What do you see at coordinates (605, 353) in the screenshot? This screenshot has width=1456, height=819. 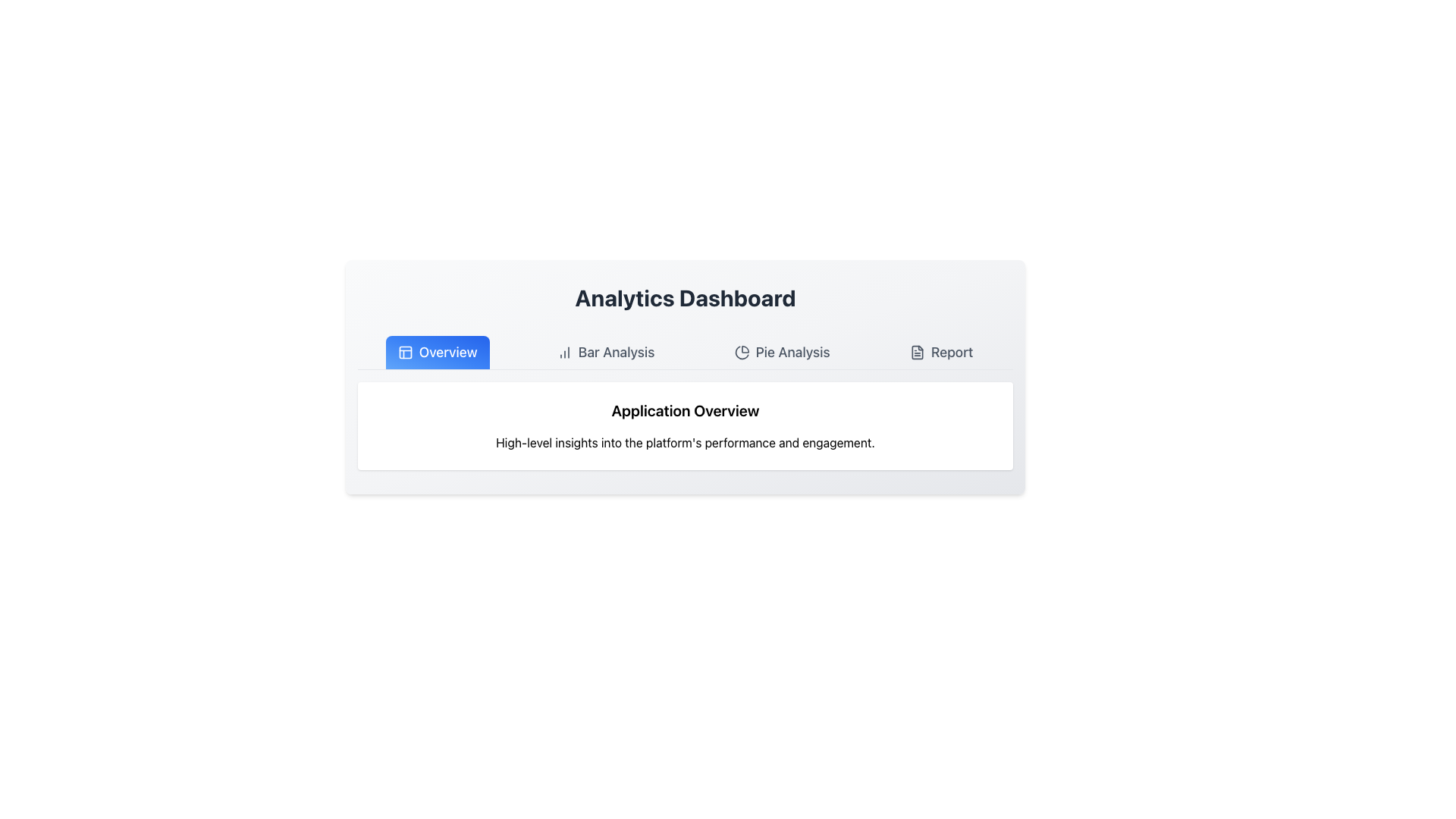 I see `the 'Bar Analysis' button in the horizontal navigation bar located under 'Analytics Dashboard'` at bounding box center [605, 353].